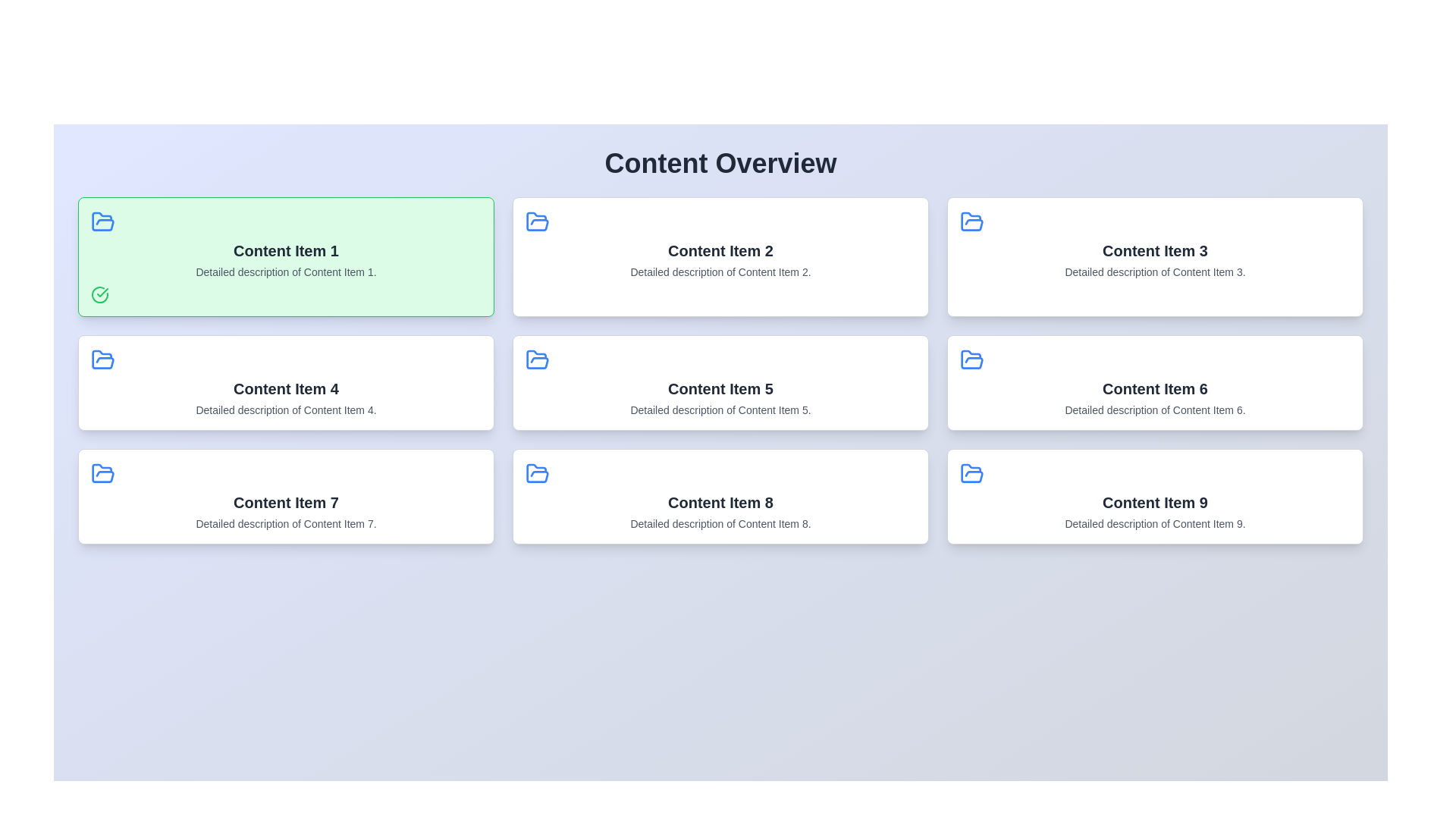 The height and width of the screenshot is (819, 1456). What do you see at coordinates (286, 409) in the screenshot?
I see `descriptive text block located below the title 'Content Item 4' in the fourth card of the grid layout` at bounding box center [286, 409].